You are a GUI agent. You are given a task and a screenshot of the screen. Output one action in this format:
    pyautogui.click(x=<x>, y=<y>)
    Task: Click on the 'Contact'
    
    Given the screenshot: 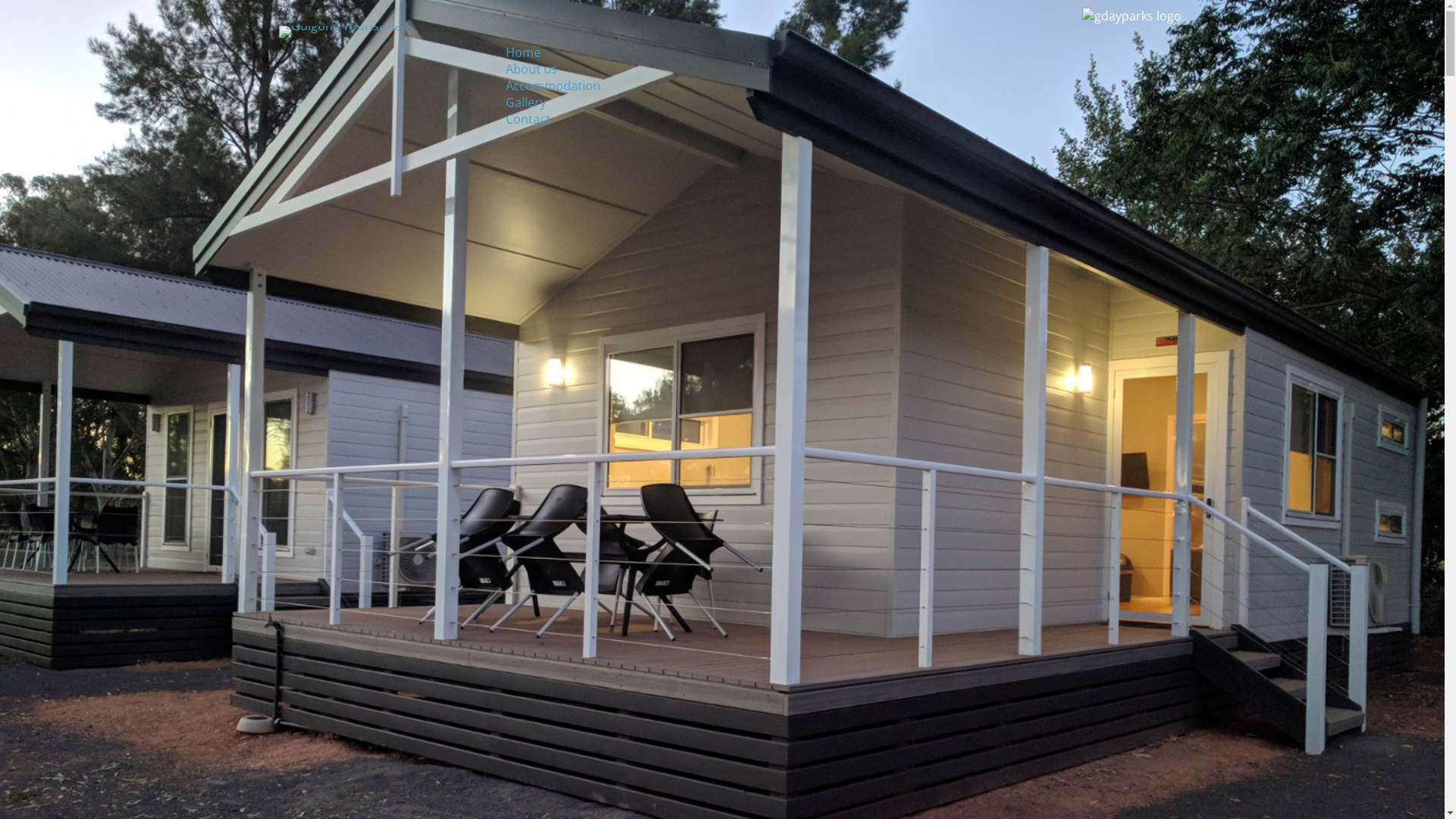 What is the action you would take?
    pyautogui.click(x=528, y=118)
    